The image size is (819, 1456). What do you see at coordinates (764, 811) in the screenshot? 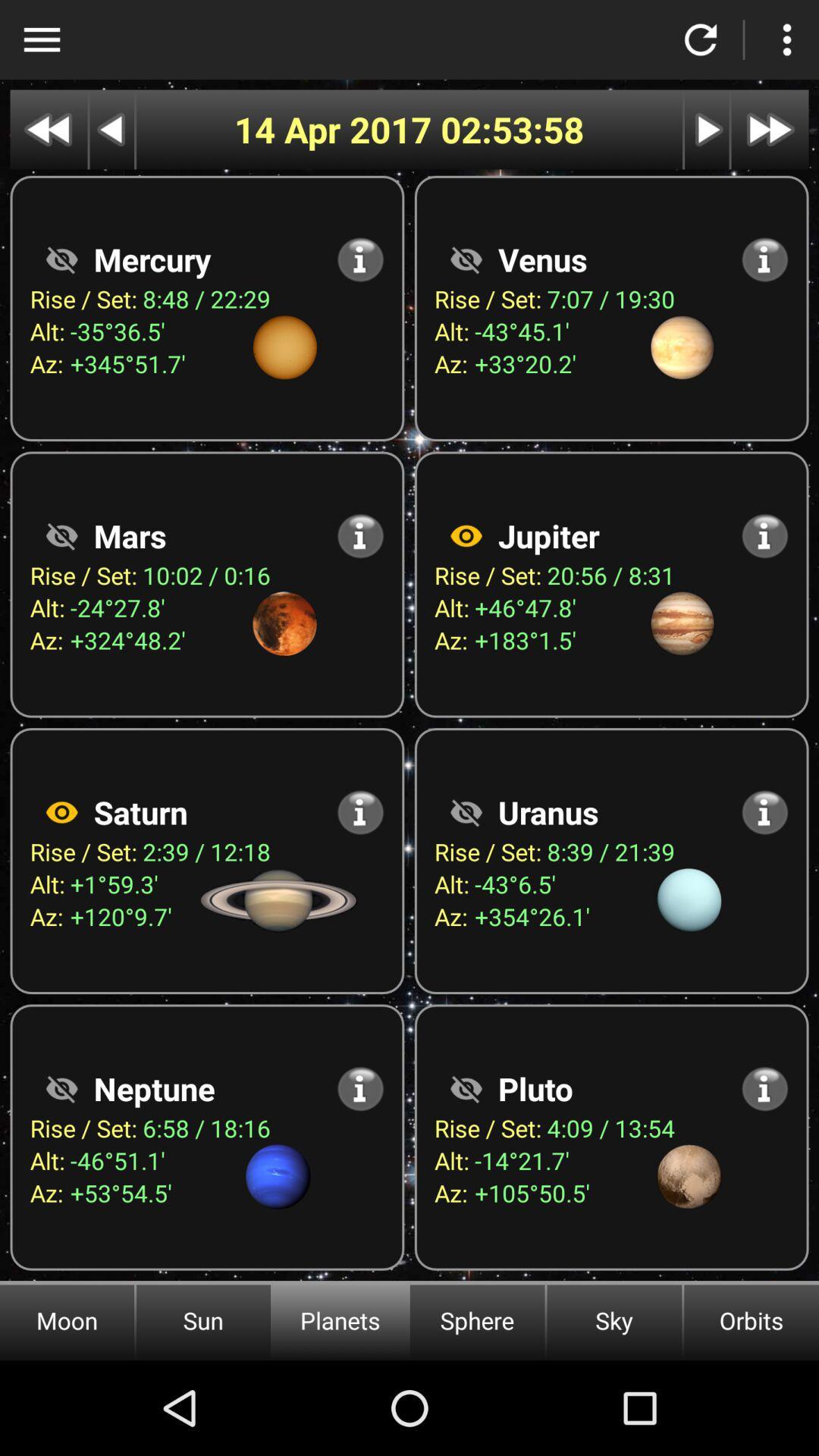
I see `show more information` at bounding box center [764, 811].